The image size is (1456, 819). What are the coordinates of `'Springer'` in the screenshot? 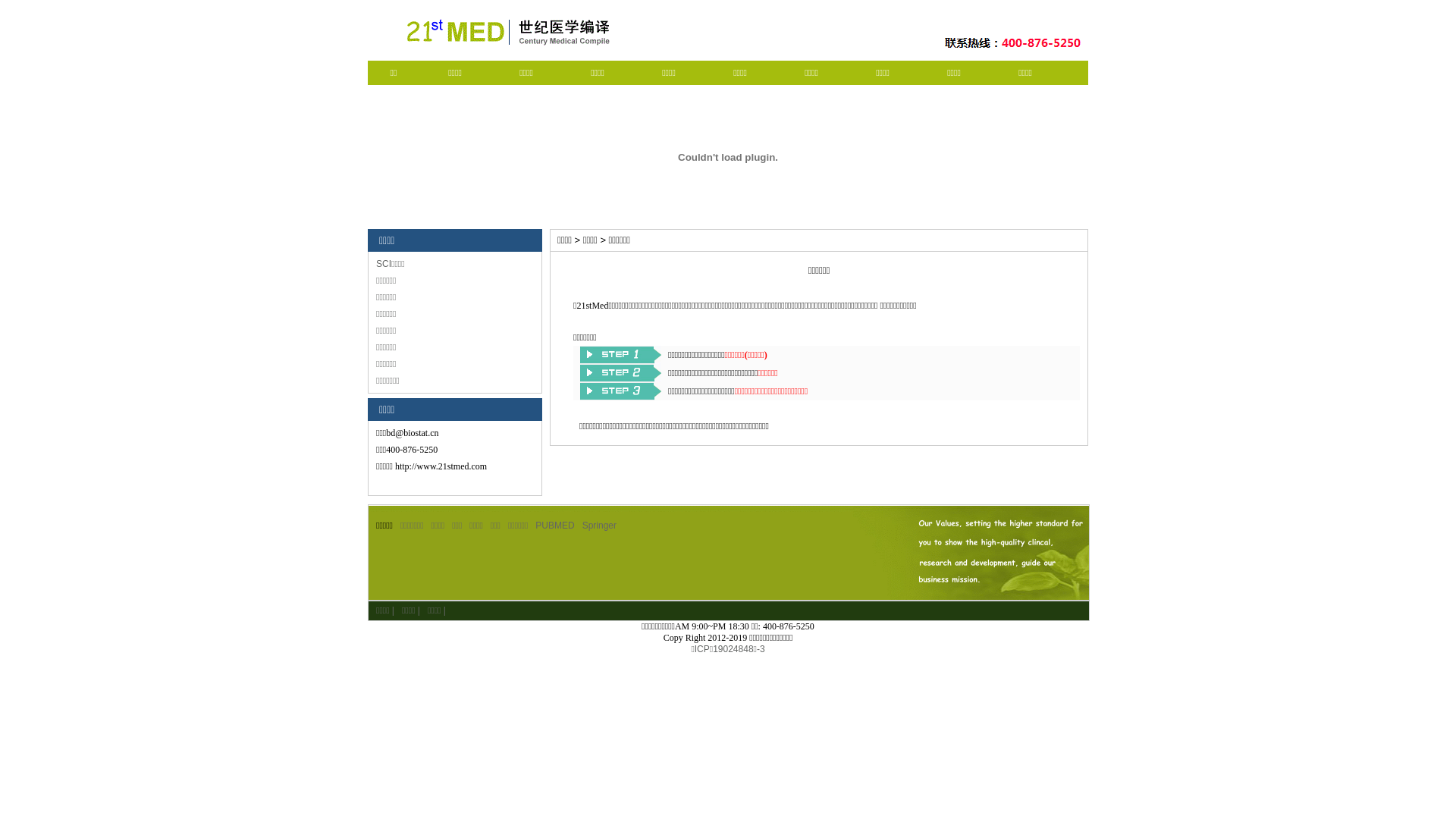 It's located at (598, 525).